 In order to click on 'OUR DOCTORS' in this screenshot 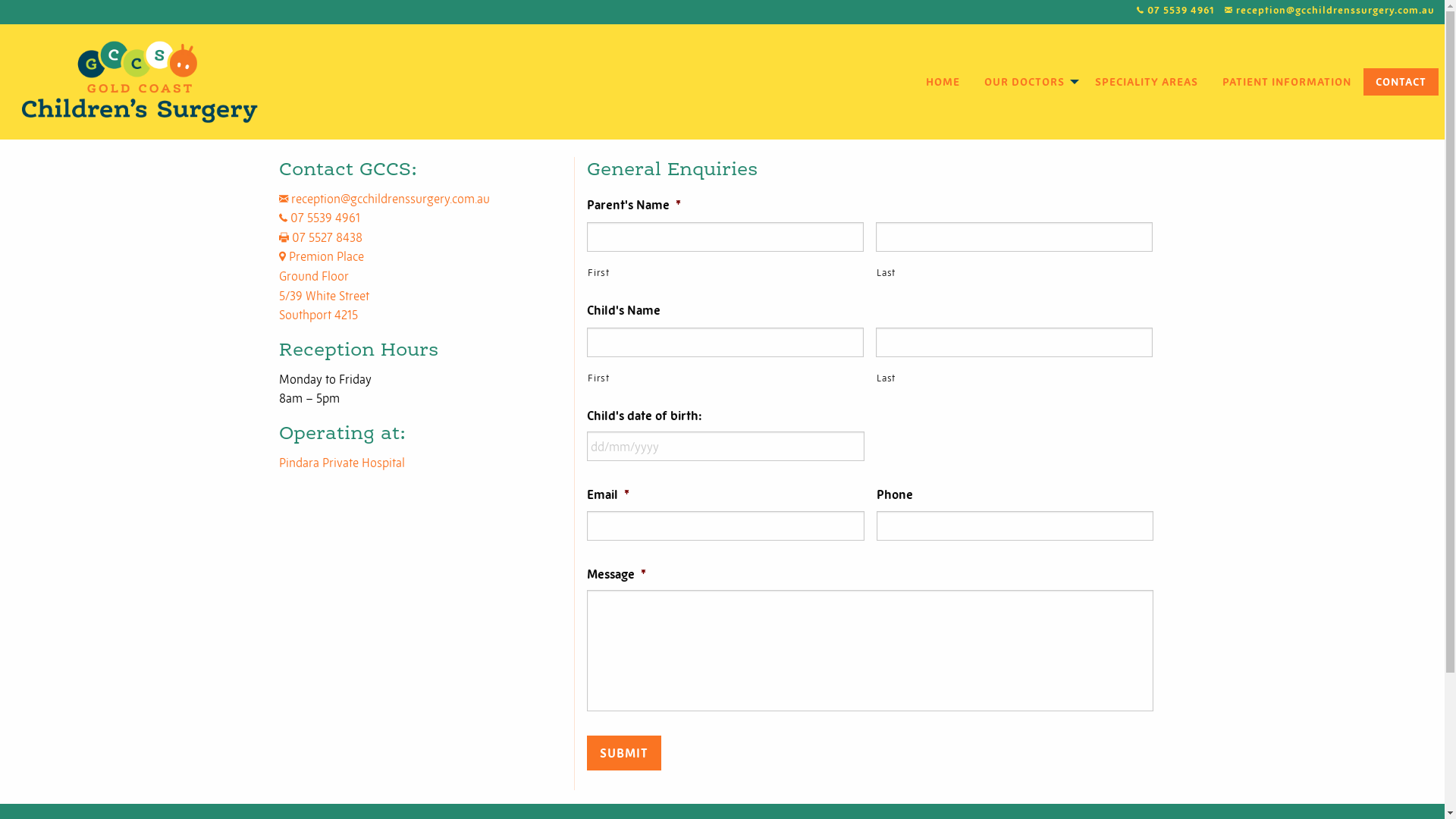, I will do `click(1027, 82)`.